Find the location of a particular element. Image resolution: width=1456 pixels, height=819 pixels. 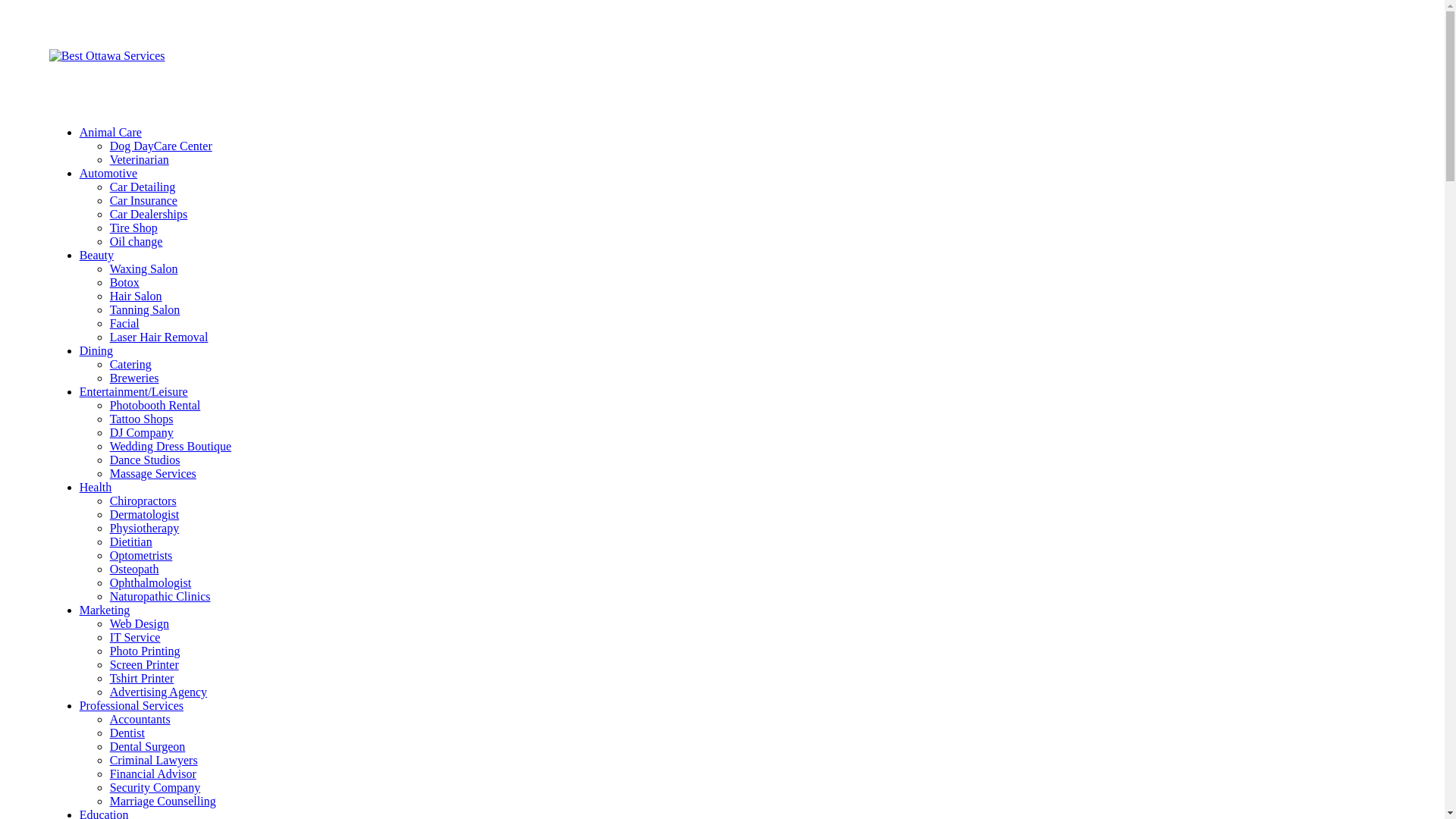

'Tattoo Shops' is located at coordinates (142, 419).